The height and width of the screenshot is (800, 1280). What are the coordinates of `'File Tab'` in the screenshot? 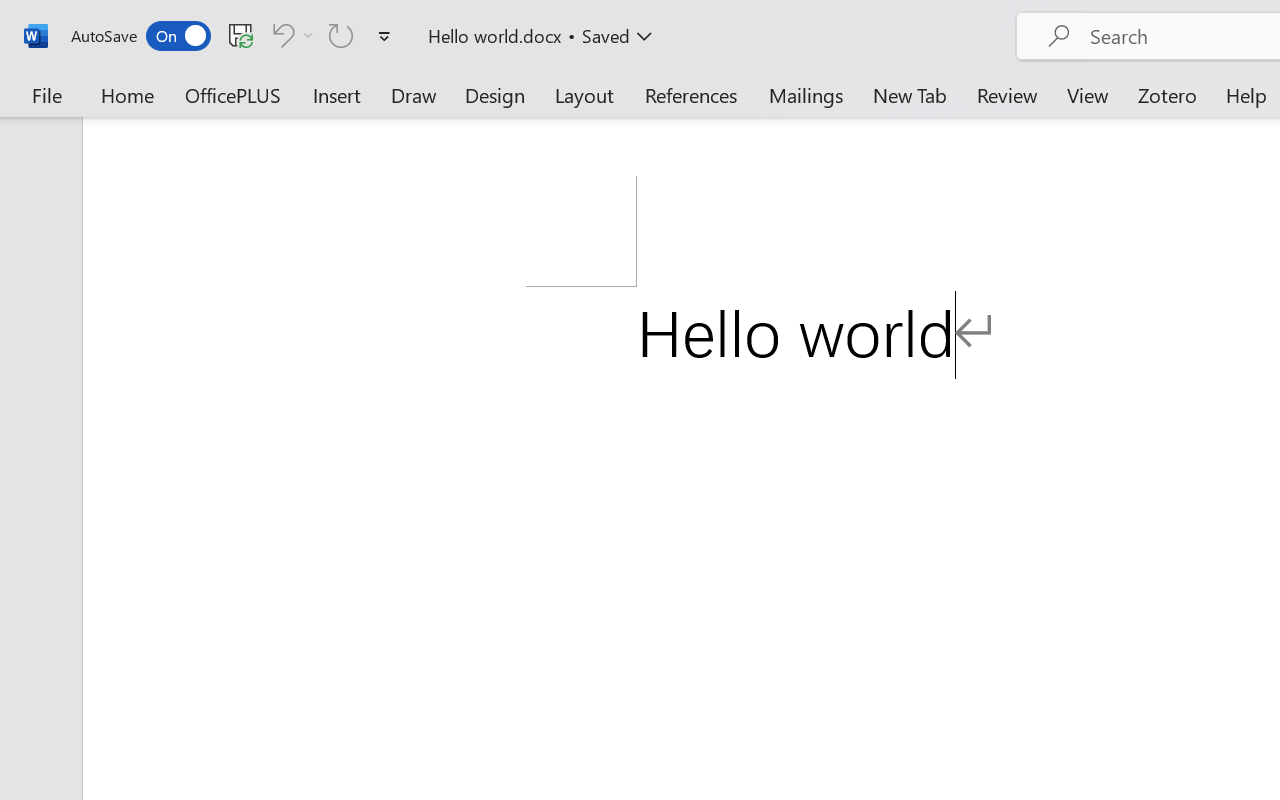 It's located at (46, 94).